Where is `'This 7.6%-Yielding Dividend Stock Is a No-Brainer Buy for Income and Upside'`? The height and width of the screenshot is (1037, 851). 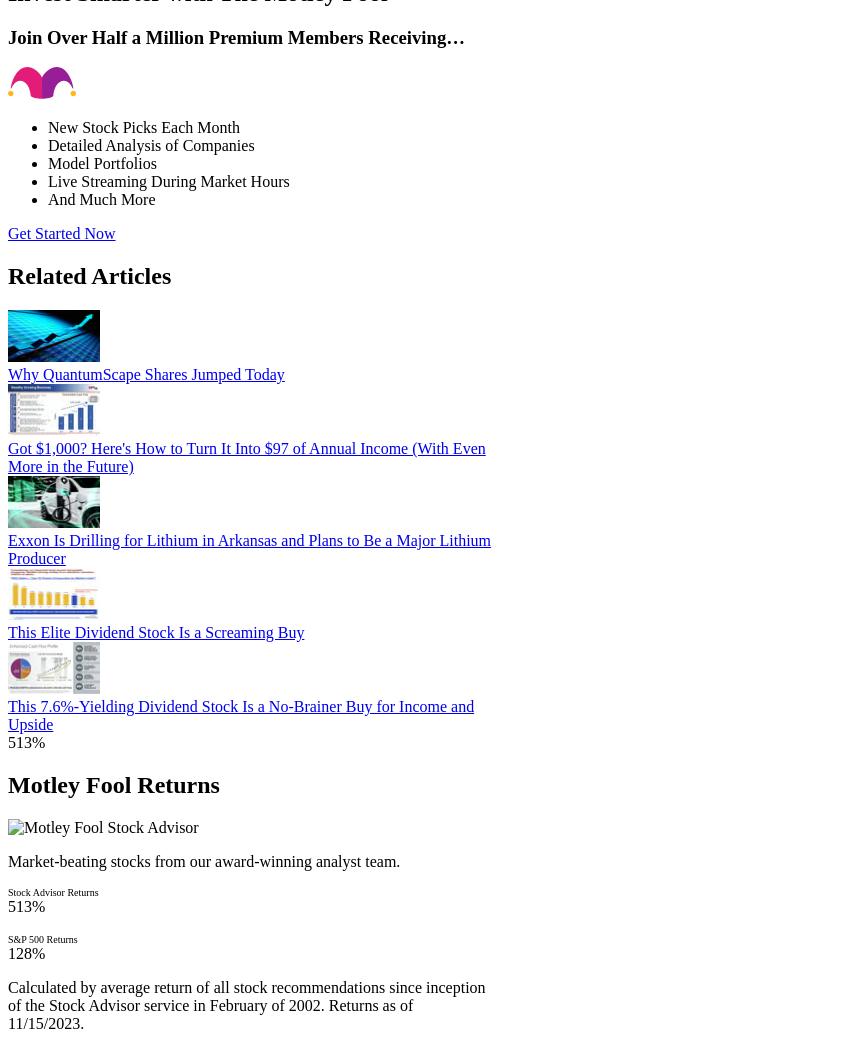
'This 7.6%-Yielding Dividend Stock Is a No-Brainer Buy for Income and Upside' is located at coordinates (240, 715).